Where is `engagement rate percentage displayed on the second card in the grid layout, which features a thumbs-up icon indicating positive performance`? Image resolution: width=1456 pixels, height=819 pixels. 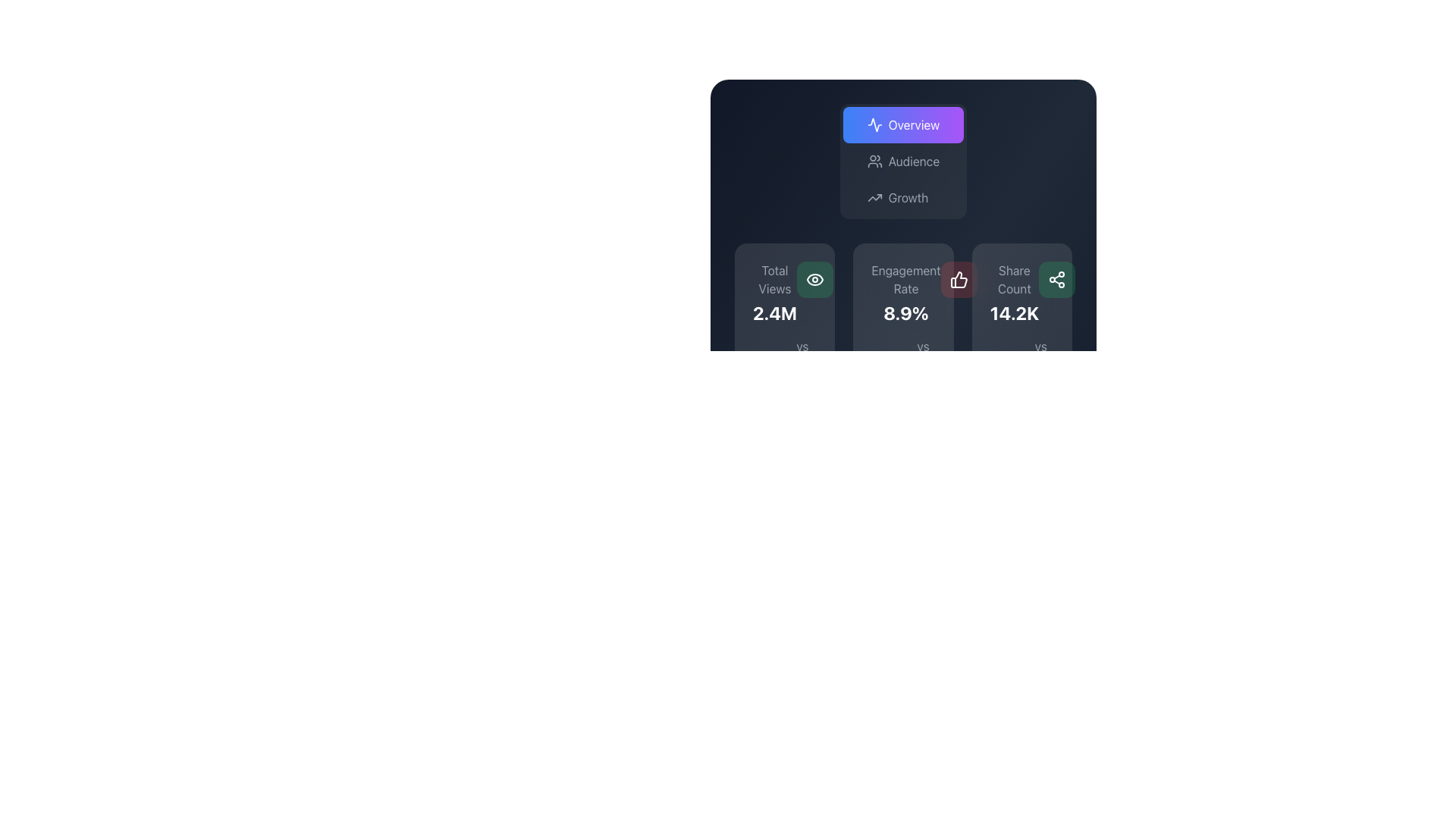
engagement rate percentage displayed on the second card in the grid layout, which features a thumbs-up icon indicating positive performance is located at coordinates (903, 326).